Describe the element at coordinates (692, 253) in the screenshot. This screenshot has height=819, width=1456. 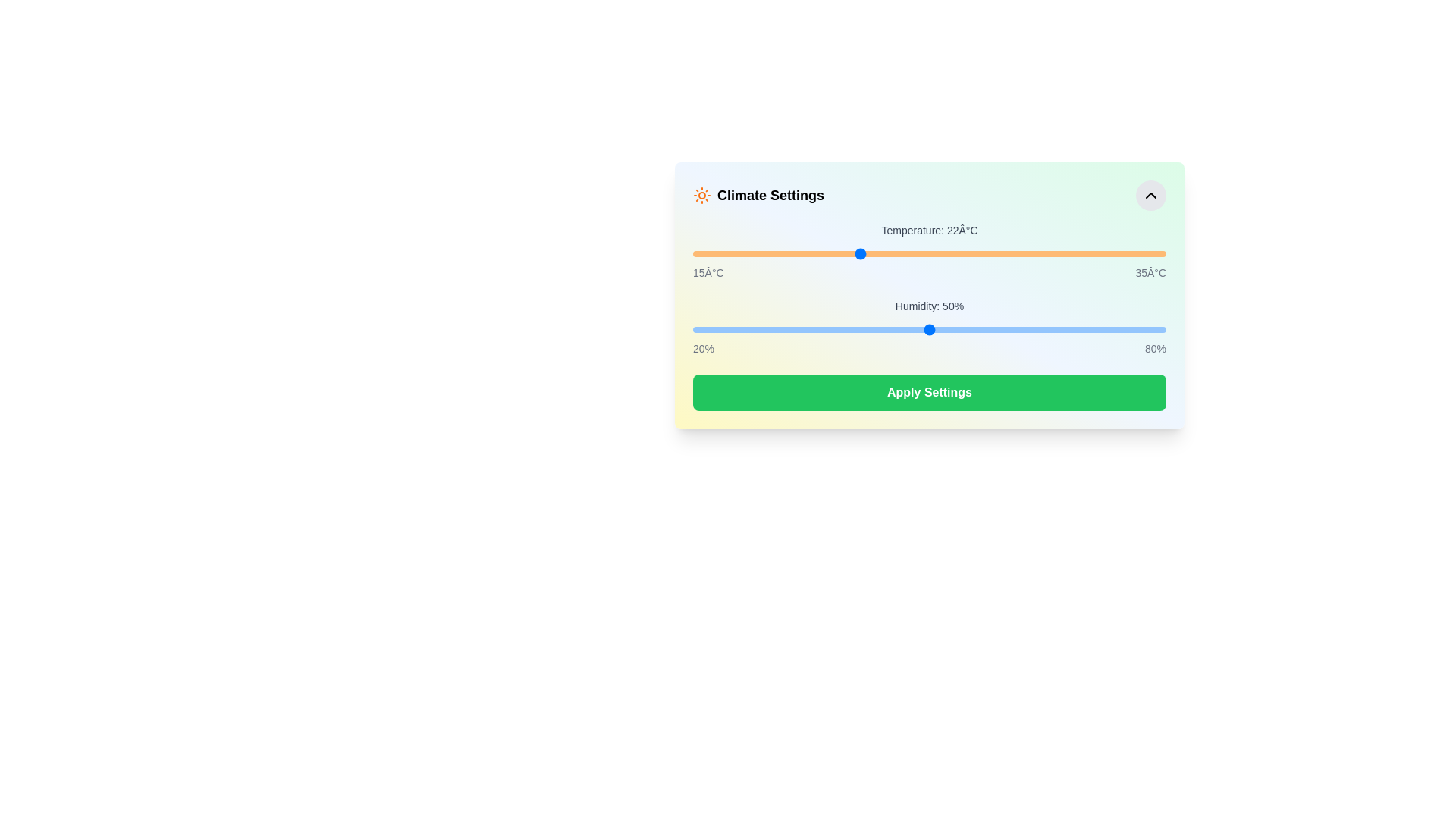
I see `the temperature` at that location.